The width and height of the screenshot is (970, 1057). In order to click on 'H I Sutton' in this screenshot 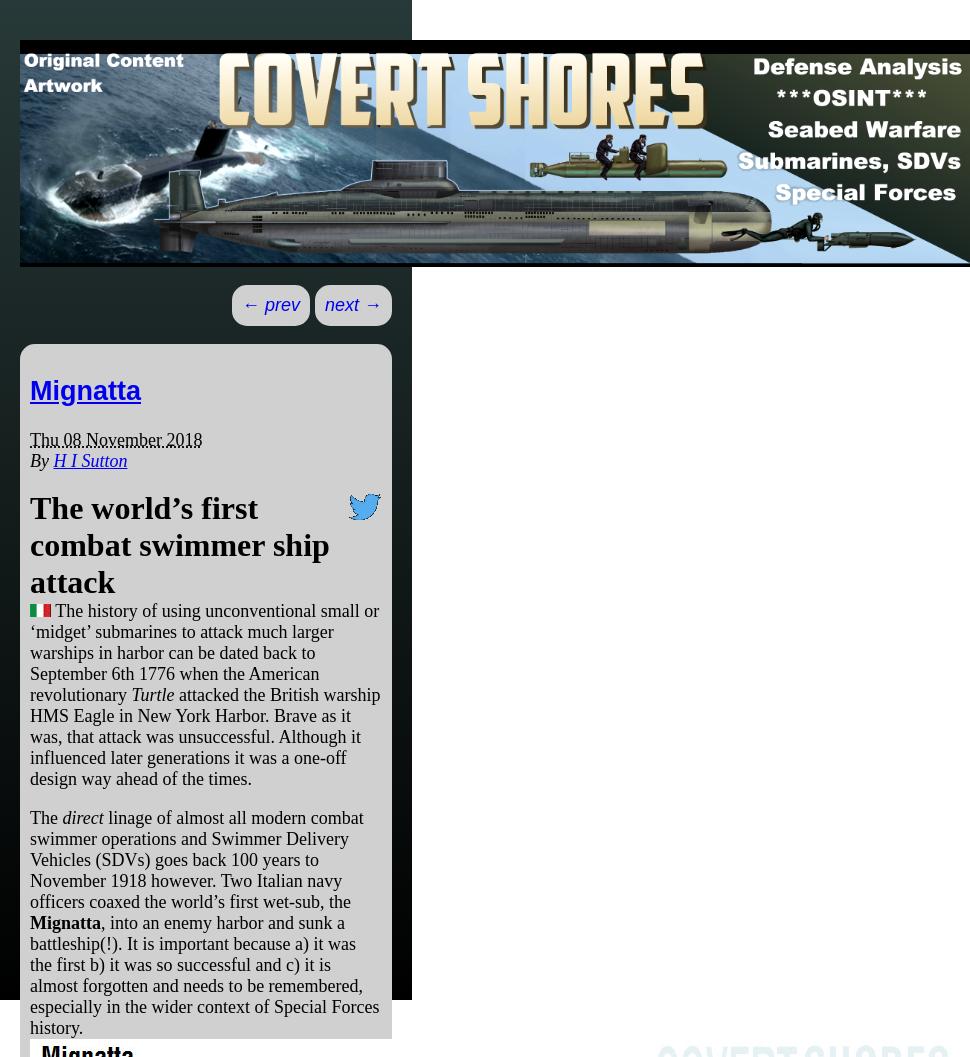, I will do `click(89, 460)`.